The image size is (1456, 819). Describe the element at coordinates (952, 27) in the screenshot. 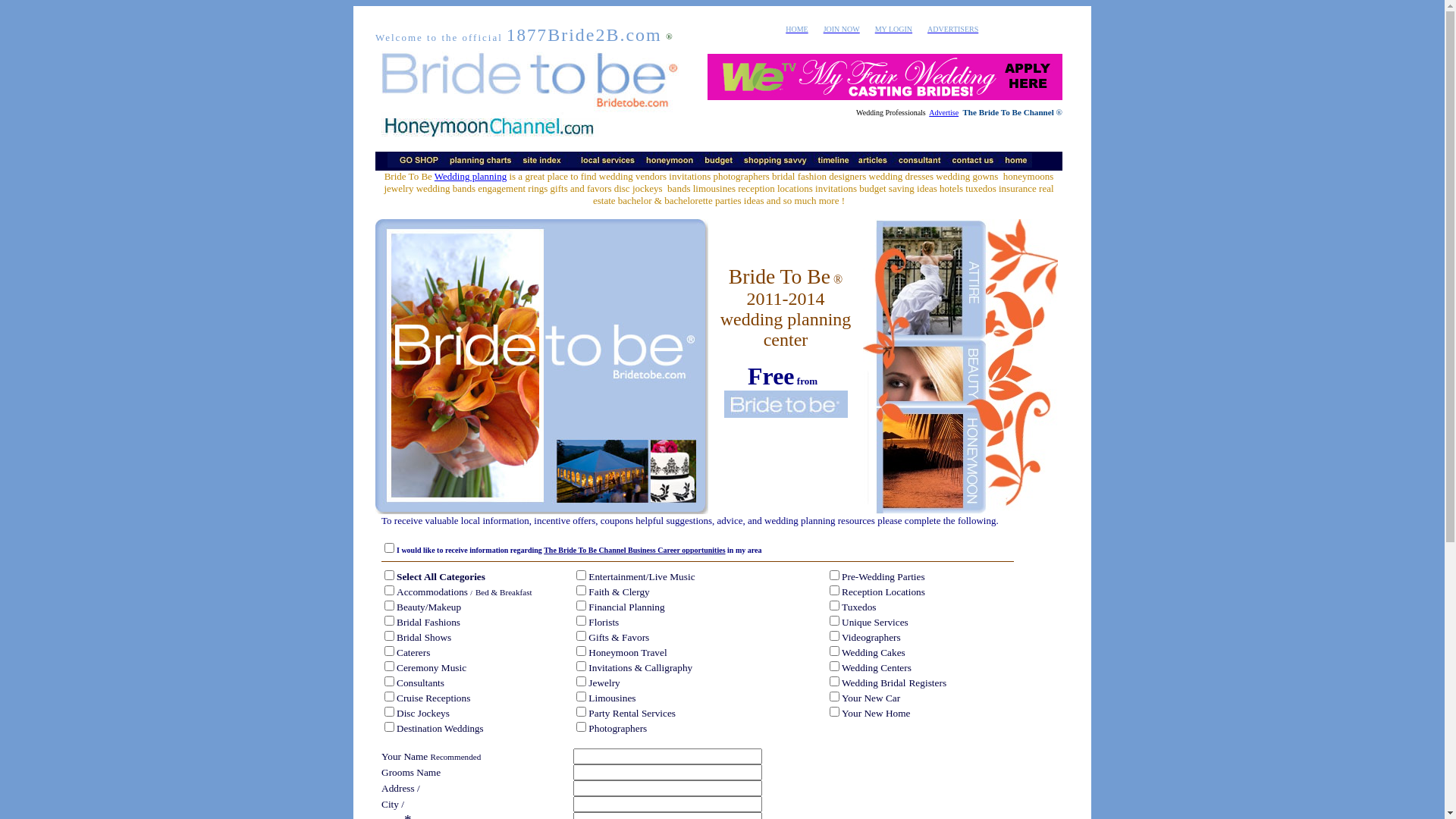

I see `'ADVERTISERS'` at that location.